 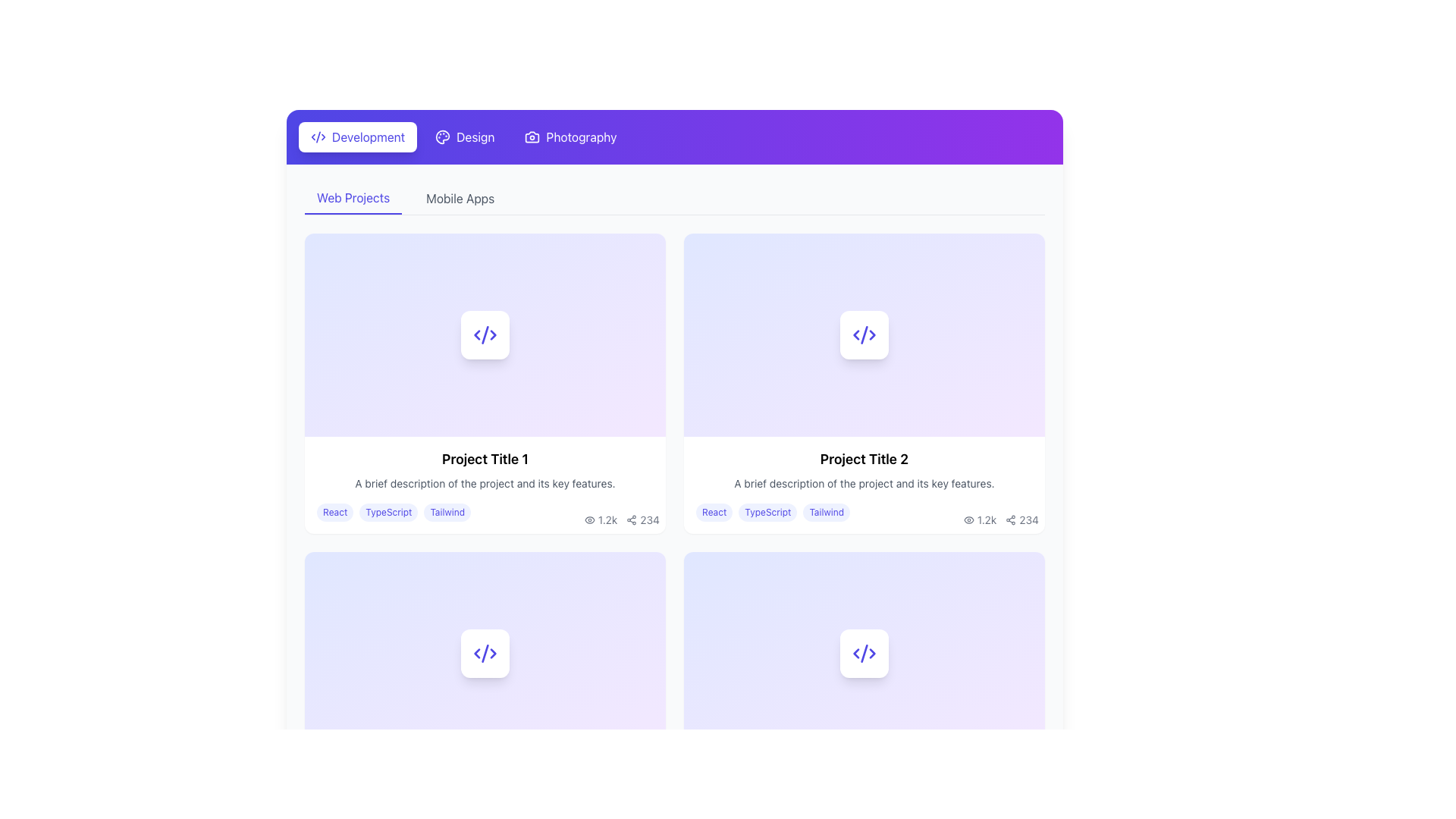 I want to click on the SVG graphic icon representing the coding or XML-related theme of 'Project Title 1', located in the top-left area of the grid layout, so click(x=484, y=333).